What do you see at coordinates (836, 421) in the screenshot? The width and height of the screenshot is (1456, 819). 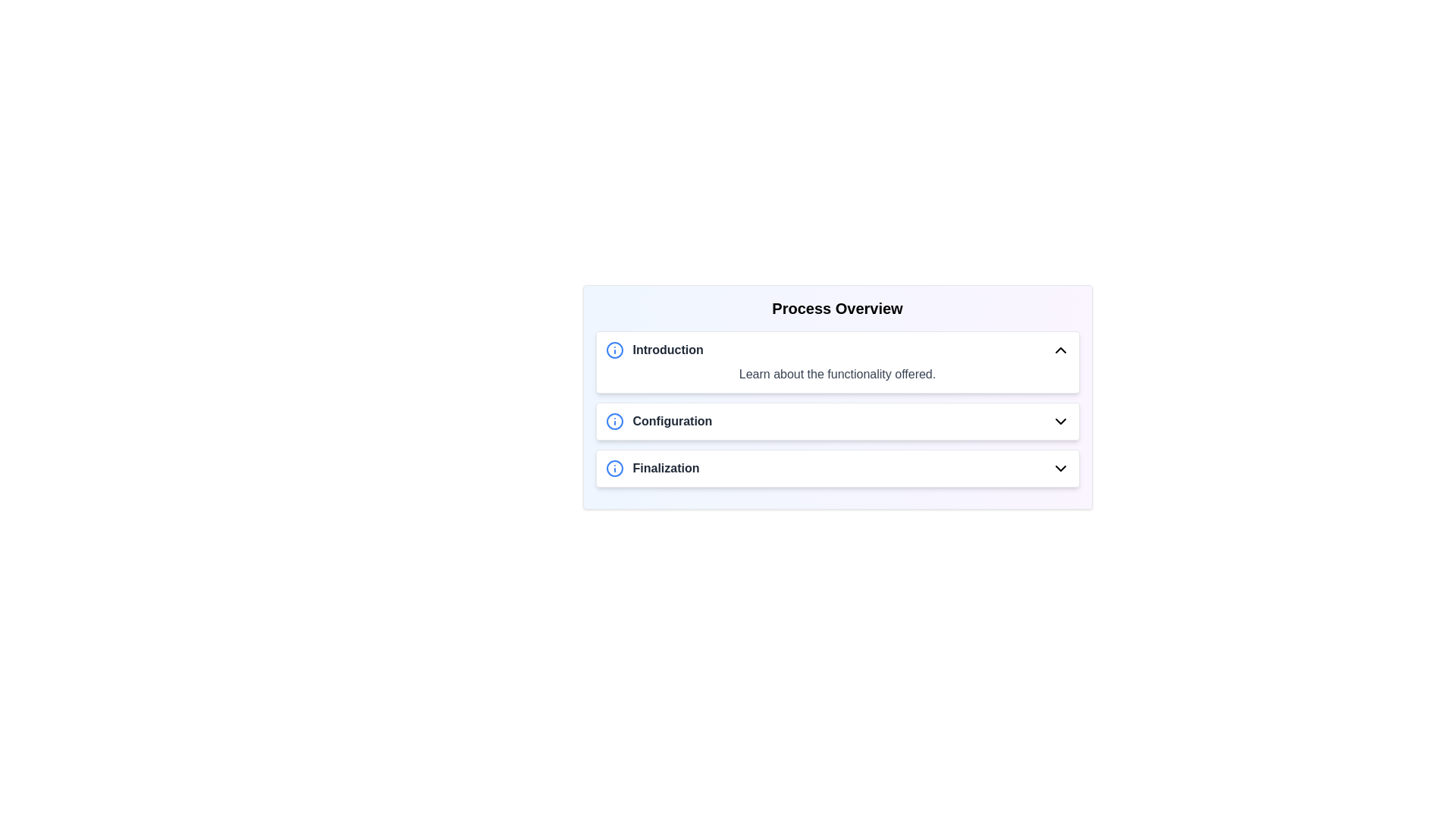 I see `the Collapsible Section Header in the Process Overview section for keyboard navigation` at bounding box center [836, 421].